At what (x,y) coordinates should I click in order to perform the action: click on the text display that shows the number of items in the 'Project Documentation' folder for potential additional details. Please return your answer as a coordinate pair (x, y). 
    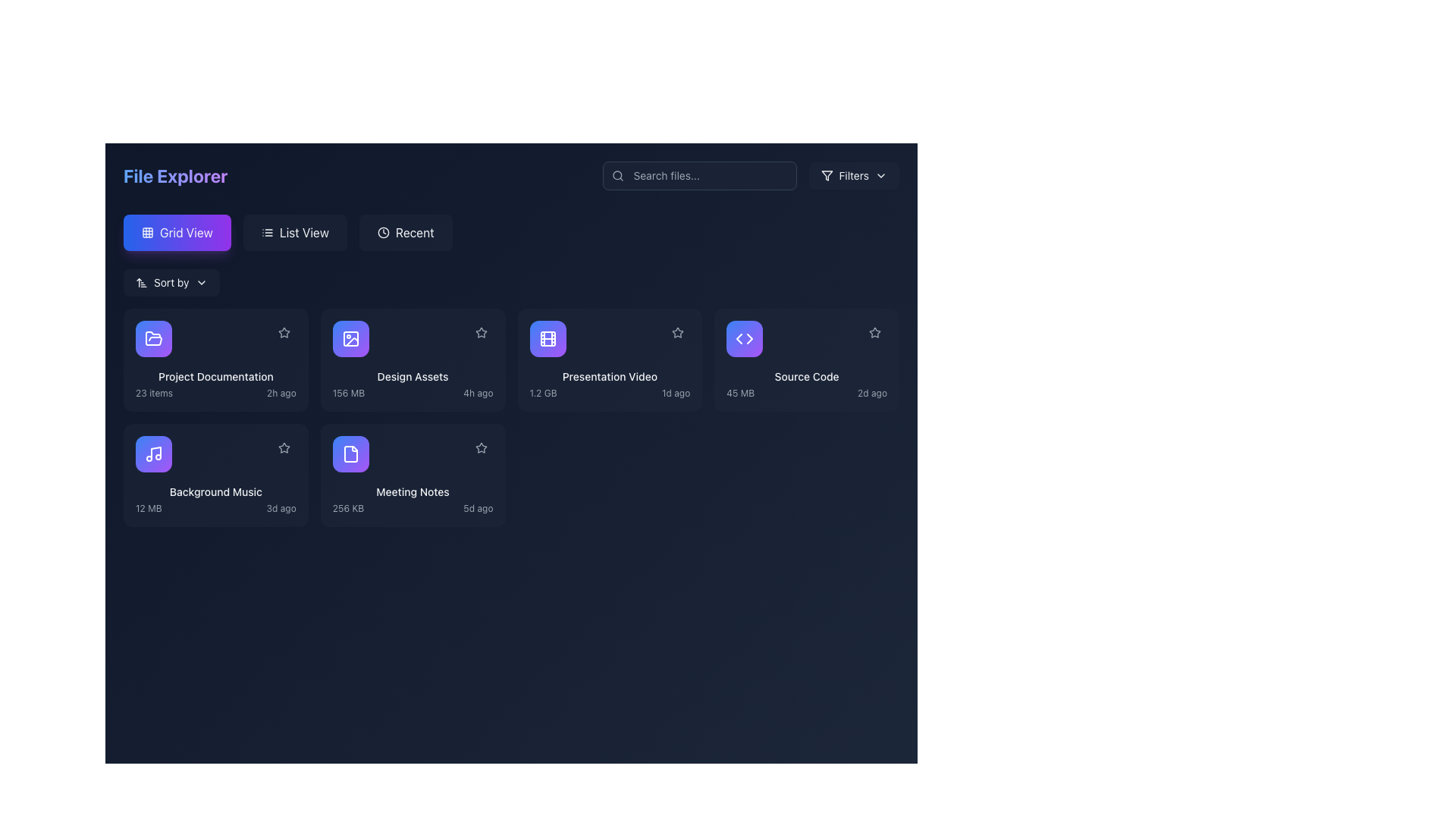
    Looking at the image, I should click on (154, 393).